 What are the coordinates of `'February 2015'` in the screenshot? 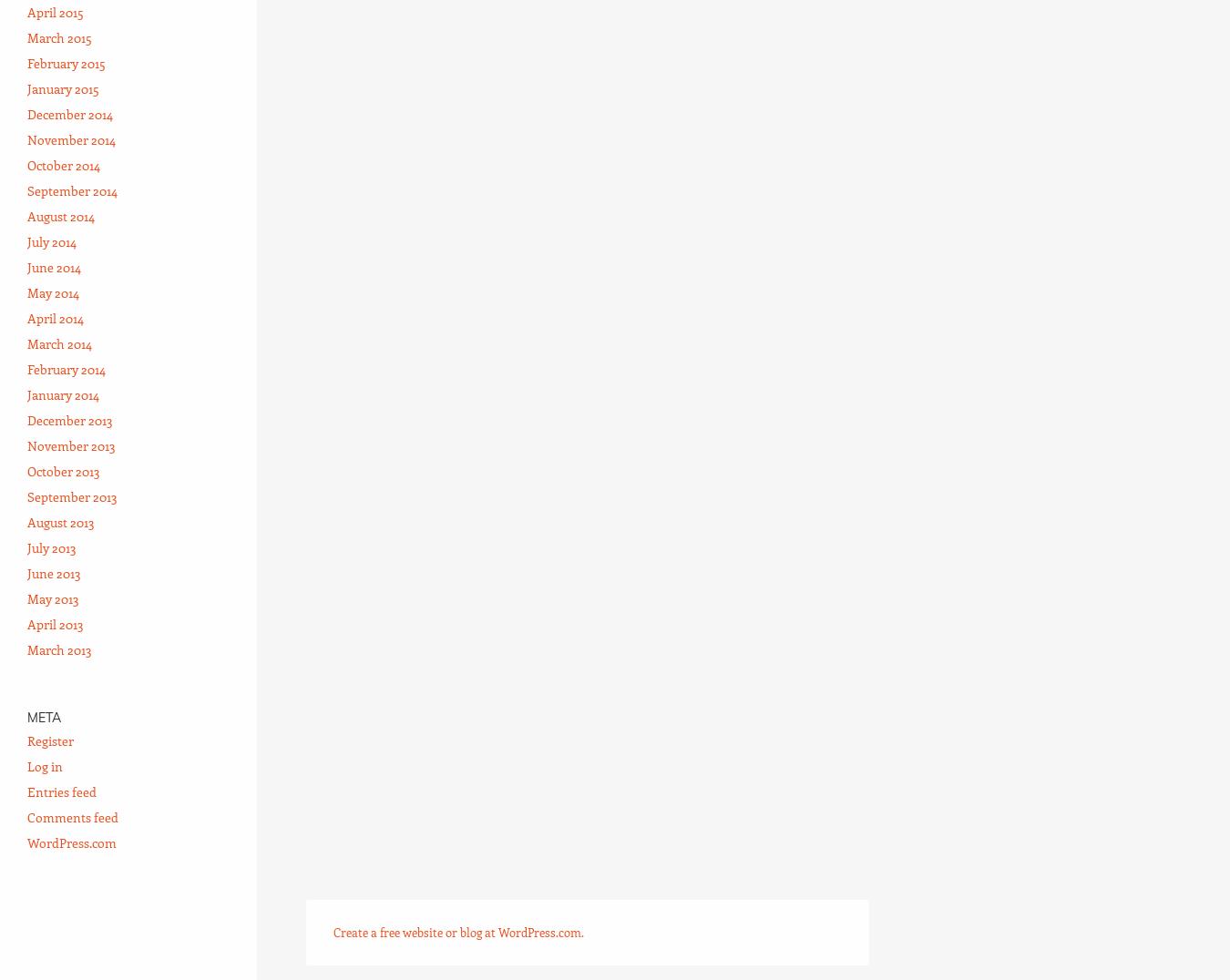 It's located at (26, 62).